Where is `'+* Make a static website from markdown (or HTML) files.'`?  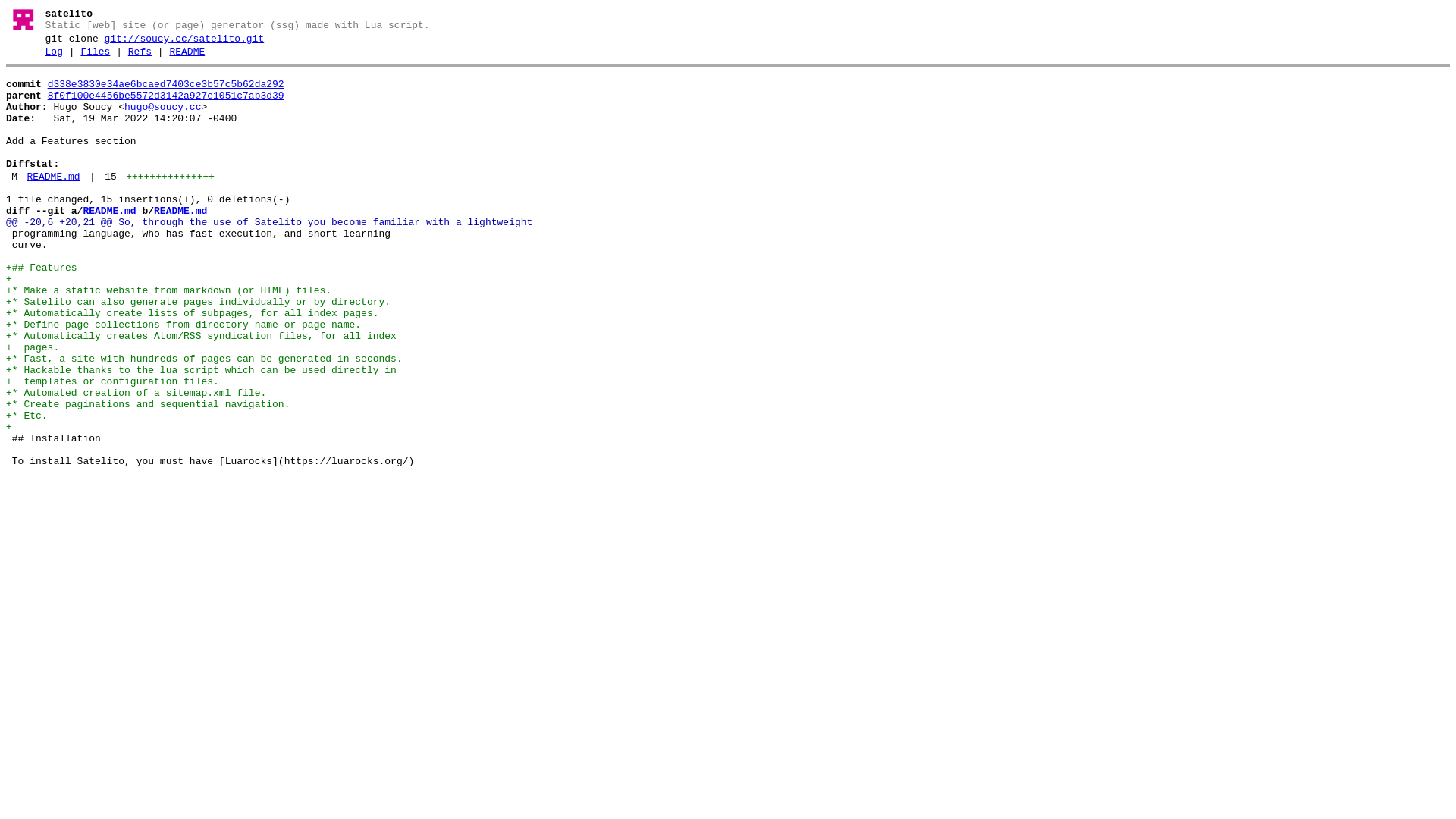 '+* Make a static website from markdown (or HTML) files.' is located at coordinates (168, 290).